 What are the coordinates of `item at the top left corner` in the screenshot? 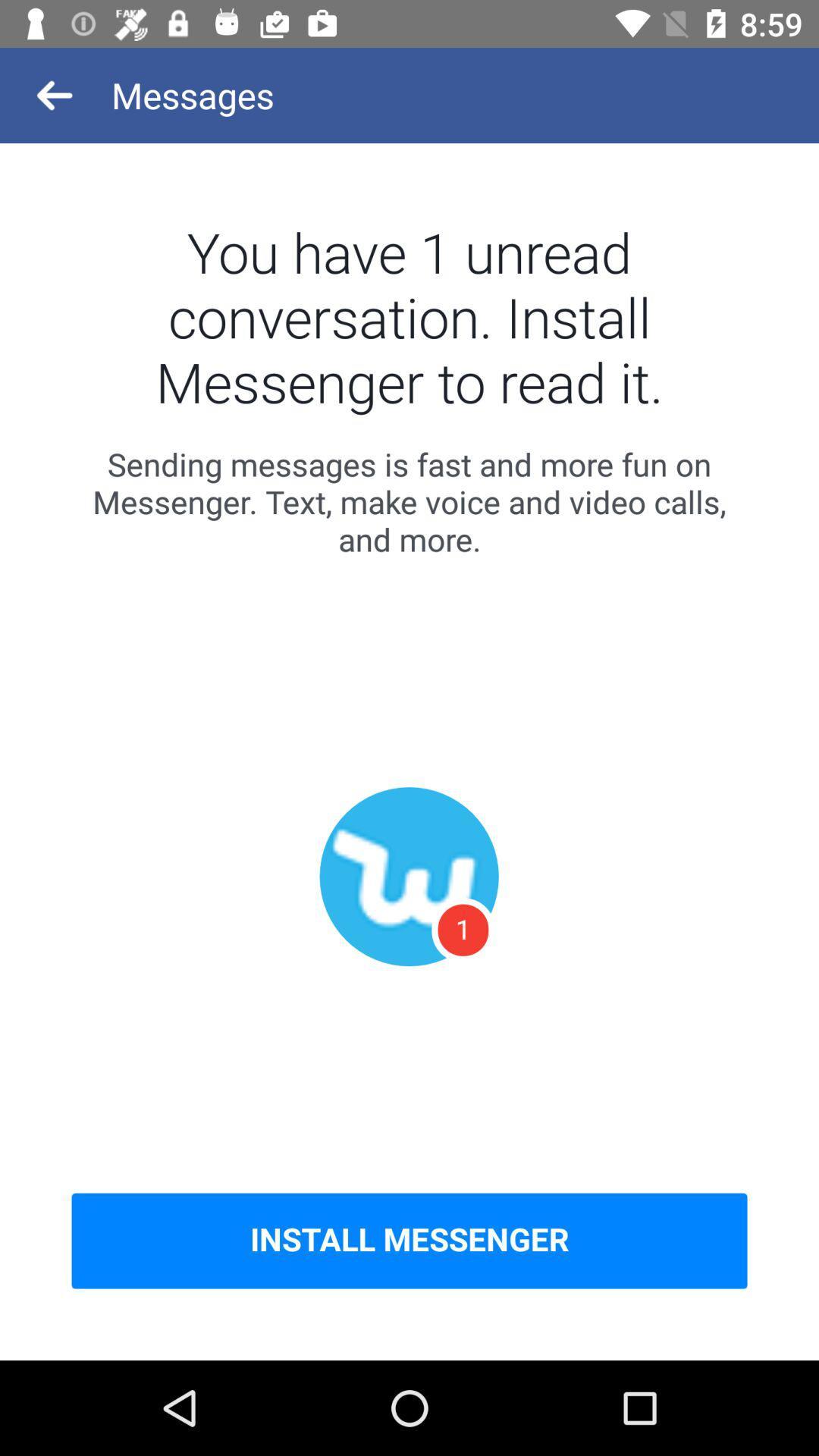 It's located at (55, 94).